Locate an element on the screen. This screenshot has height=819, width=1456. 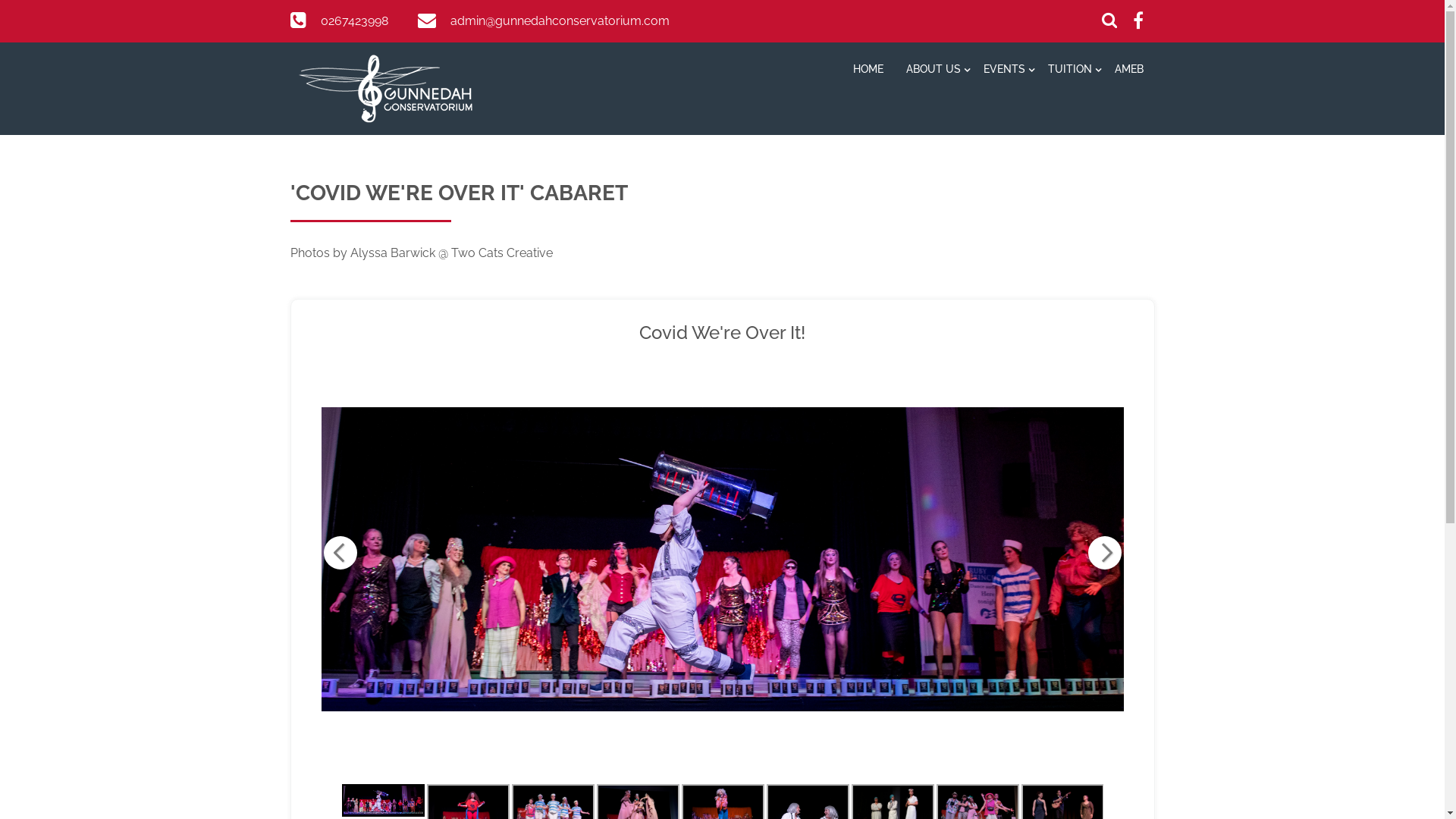
'Next Image' is located at coordinates (1103, 553).